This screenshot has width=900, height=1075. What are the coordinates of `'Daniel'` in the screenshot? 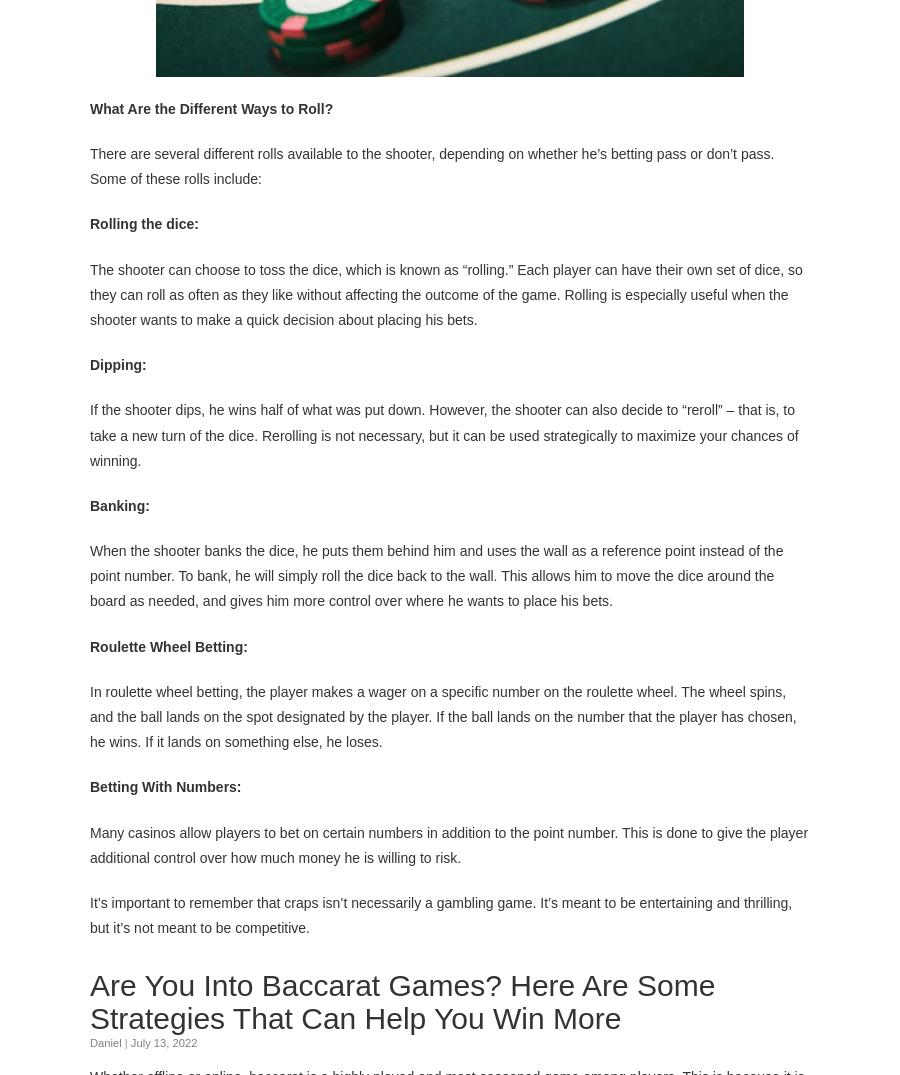 It's located at (104, 1041).